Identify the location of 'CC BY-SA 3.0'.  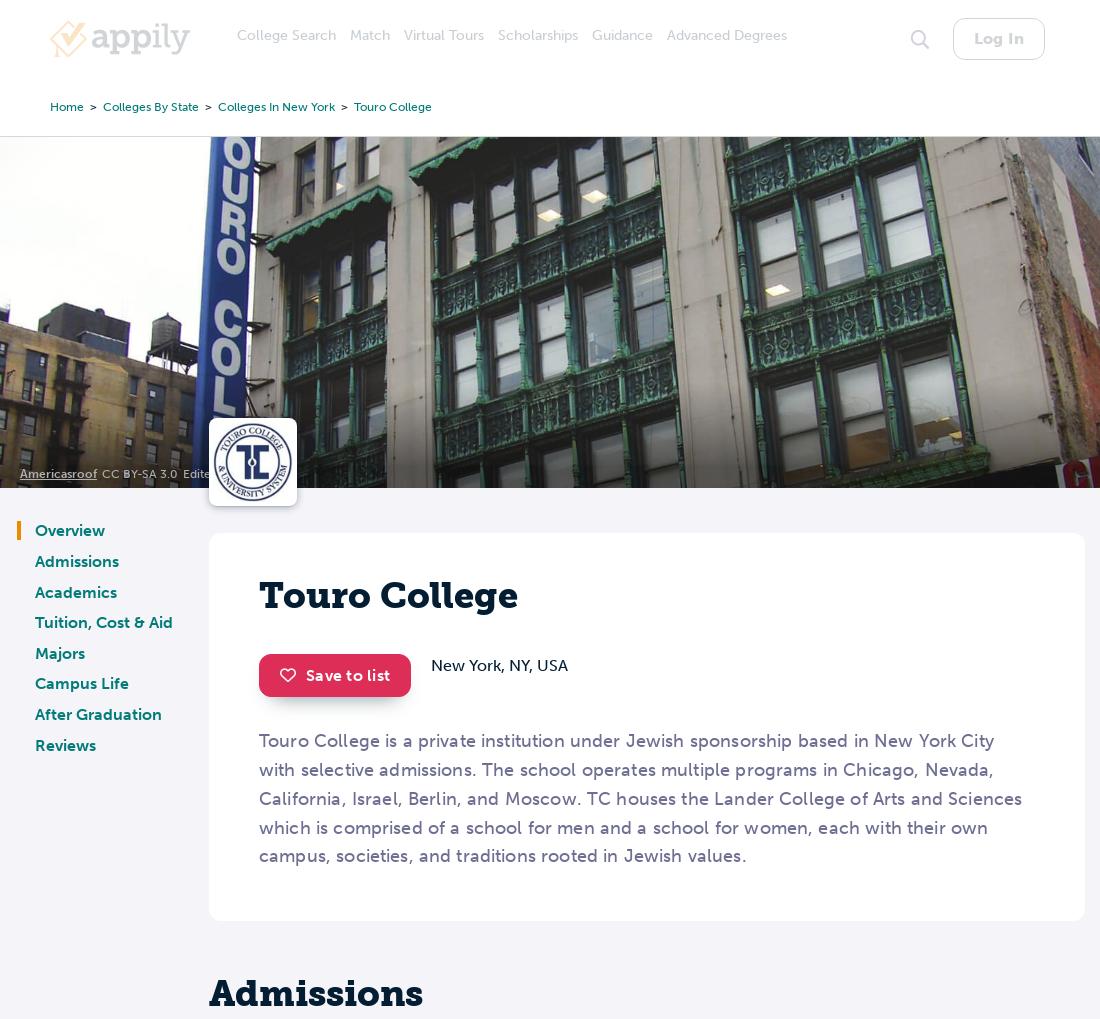
(139, 473).